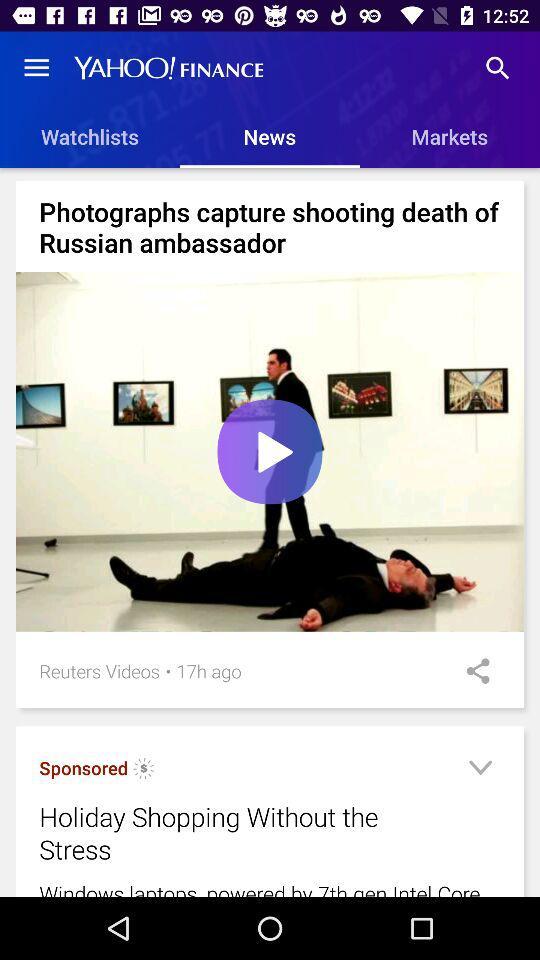  I want to click on menu option, so click(479, 770).